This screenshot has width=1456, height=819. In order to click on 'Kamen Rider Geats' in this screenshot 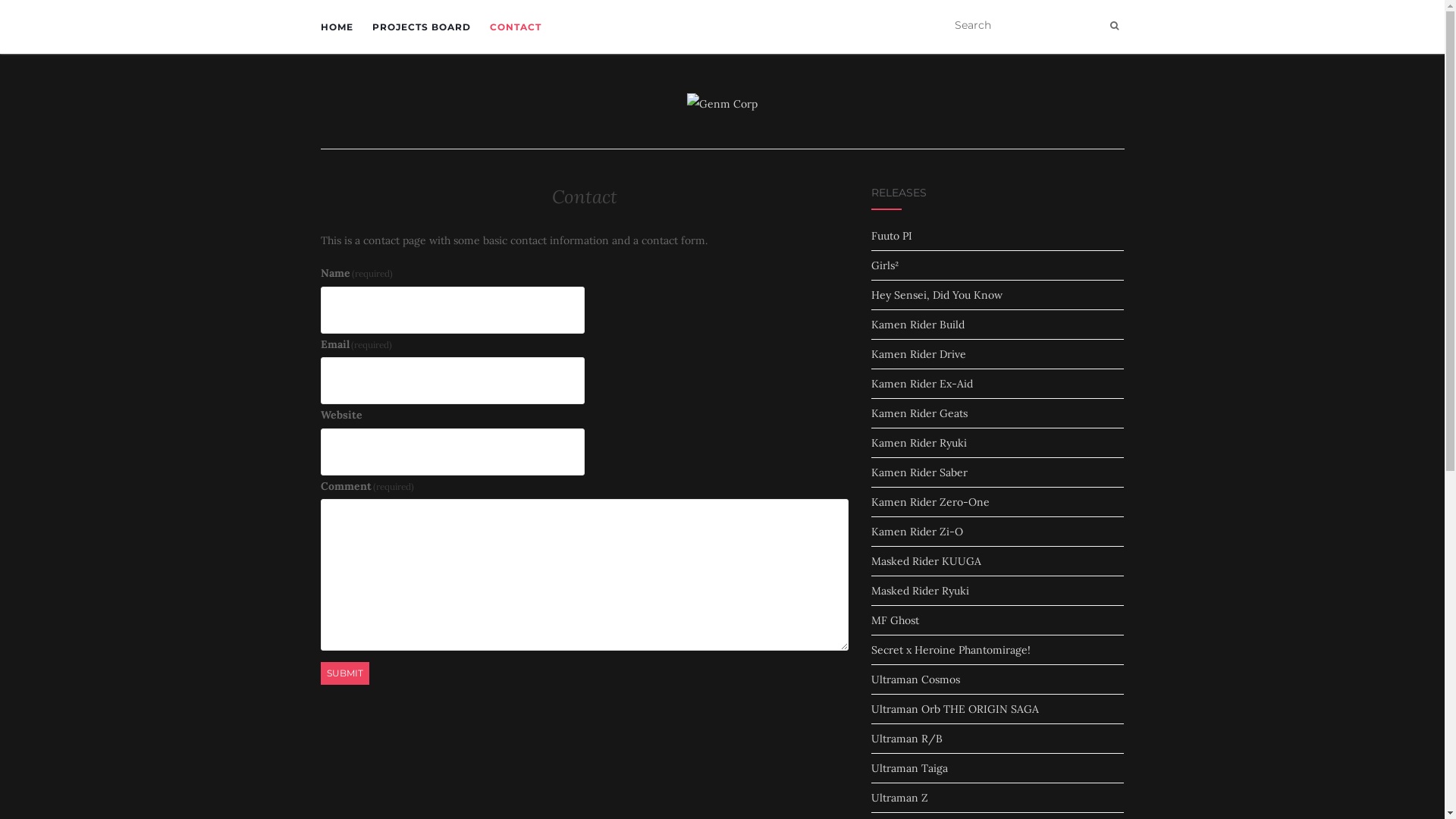, I will do `click(918, 413)`.